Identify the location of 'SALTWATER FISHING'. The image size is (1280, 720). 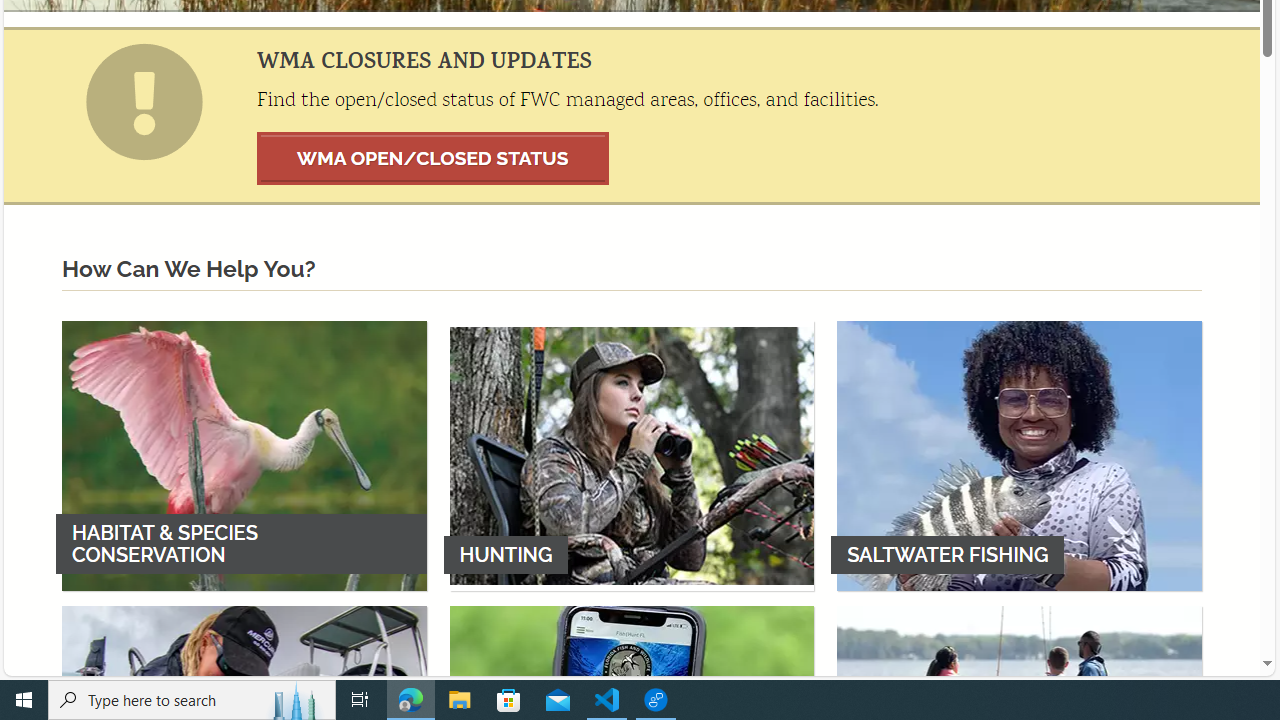
(1019, 455).